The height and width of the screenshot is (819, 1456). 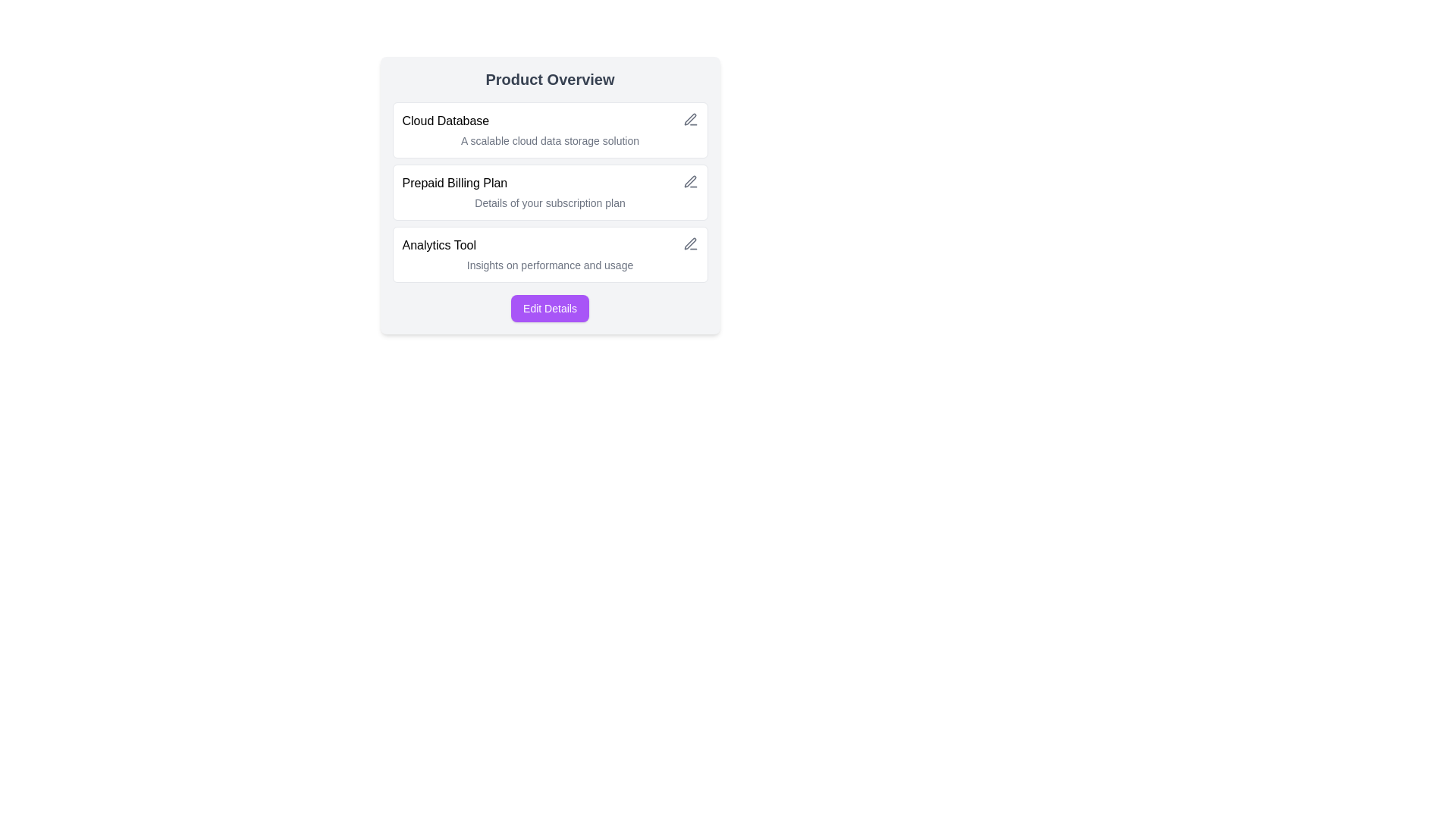 What do you see at coordinates (444, 120) in the screenshot?
I see `text label that displays 'Cloud Database', which is styled in bold and located above the descriptive text` at bounding box center [444, 120].